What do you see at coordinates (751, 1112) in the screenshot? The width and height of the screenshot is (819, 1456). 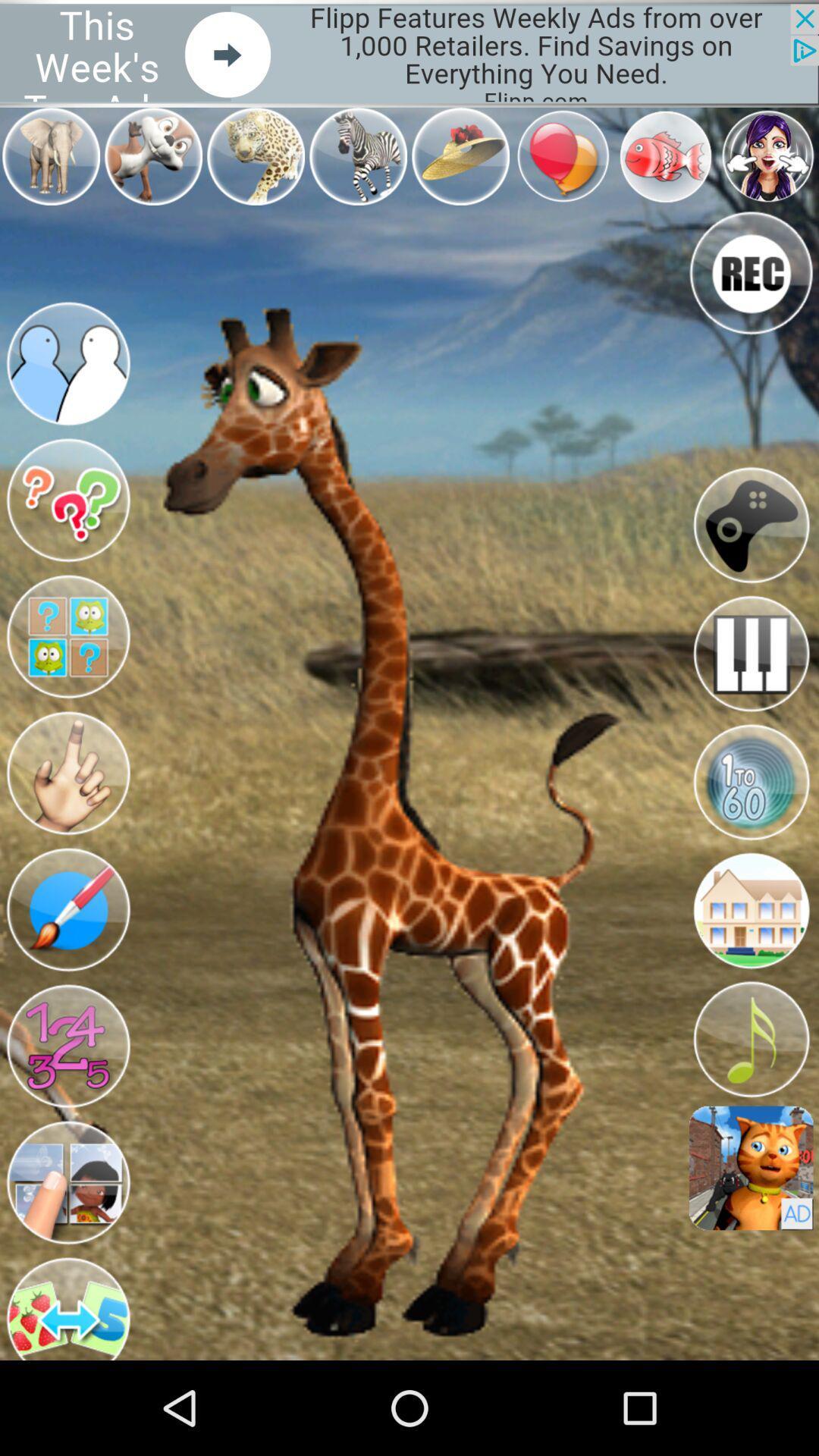 I see `the music icon` at bounding box center [751, 1112].